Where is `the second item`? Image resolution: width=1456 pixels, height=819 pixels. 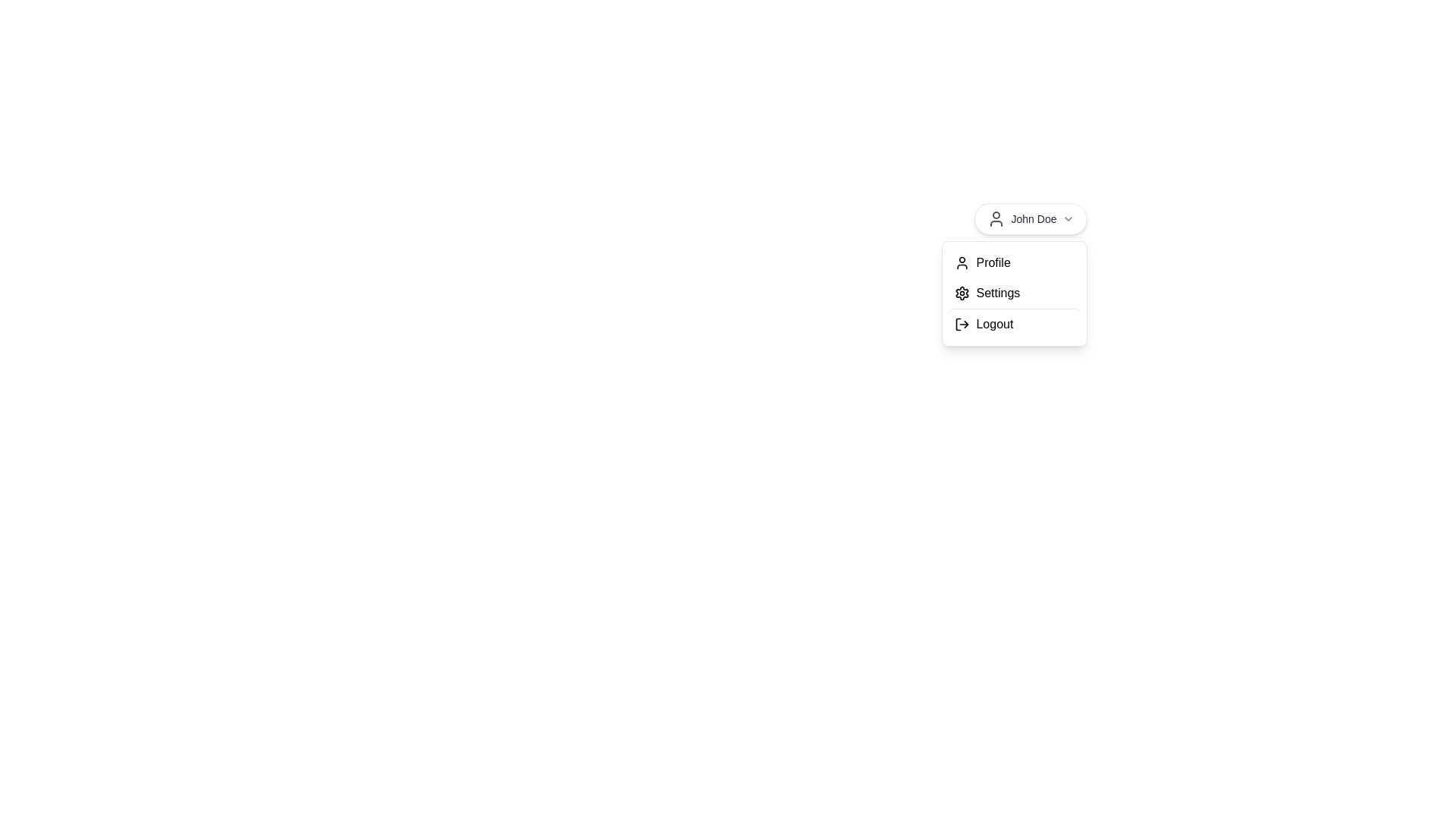
the second item is located at coordinates (1015, 293).